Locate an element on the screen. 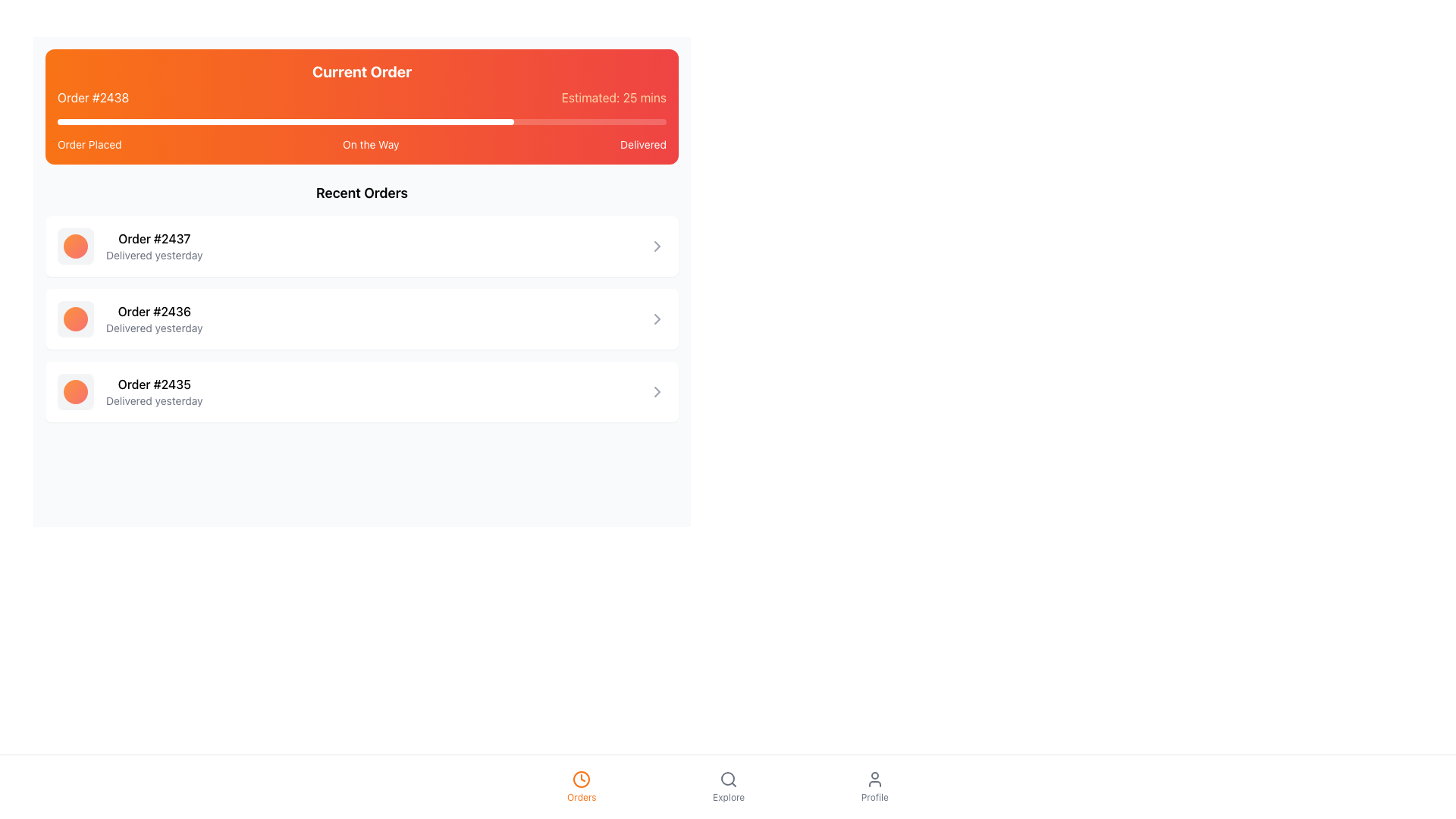 Image resolution: width=1456 pixels, height=819 pixels. the header text indicating recent orders, which is located at the top of the section dedicated to listing orders is located at coordinates (361, 192).